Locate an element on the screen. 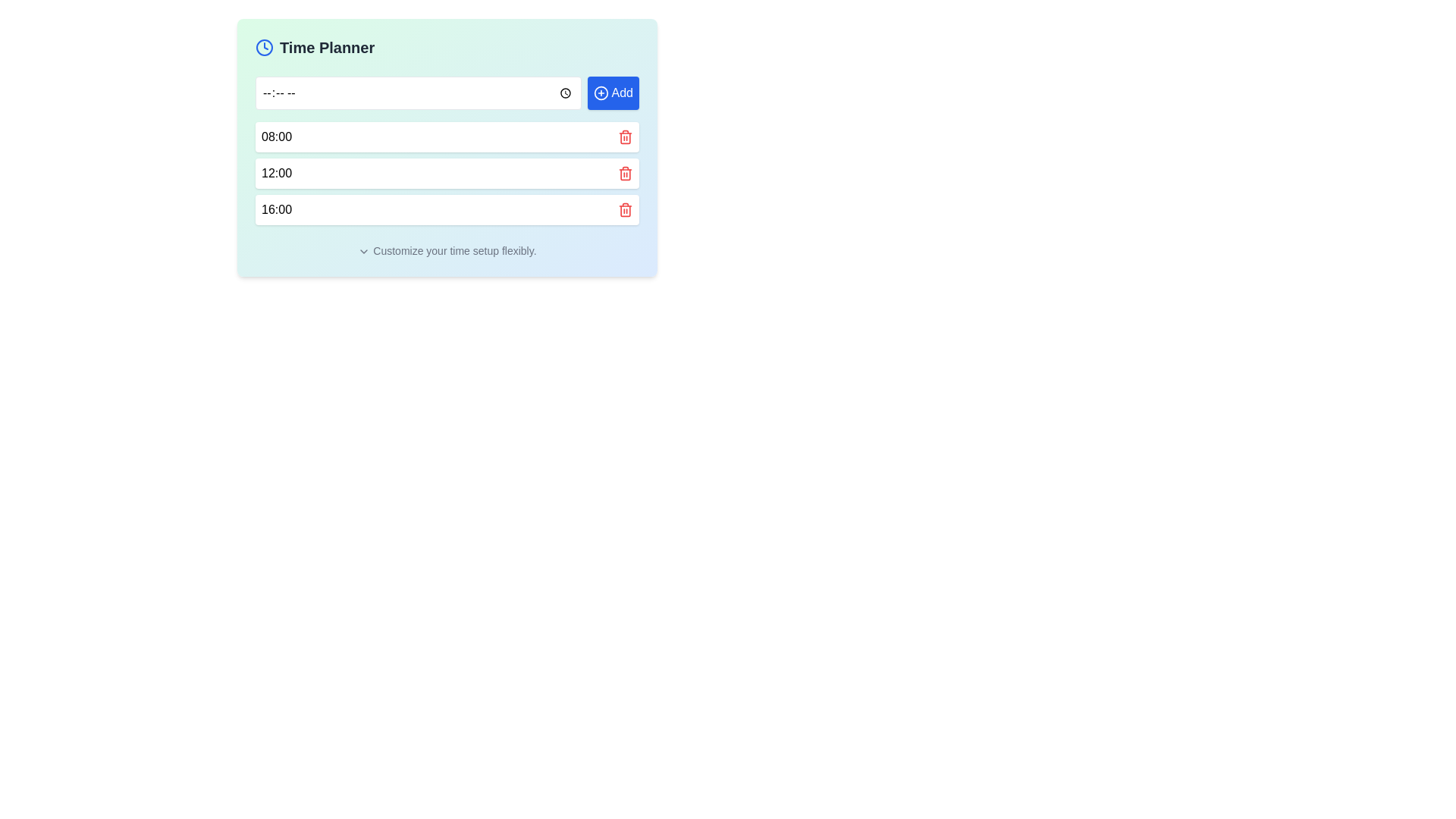 This screenshot has width=1456, height=819. the decorative graphical circle within the 'Add' button located at the top-right corner of the planner interface is located at coordinates (600, 93).